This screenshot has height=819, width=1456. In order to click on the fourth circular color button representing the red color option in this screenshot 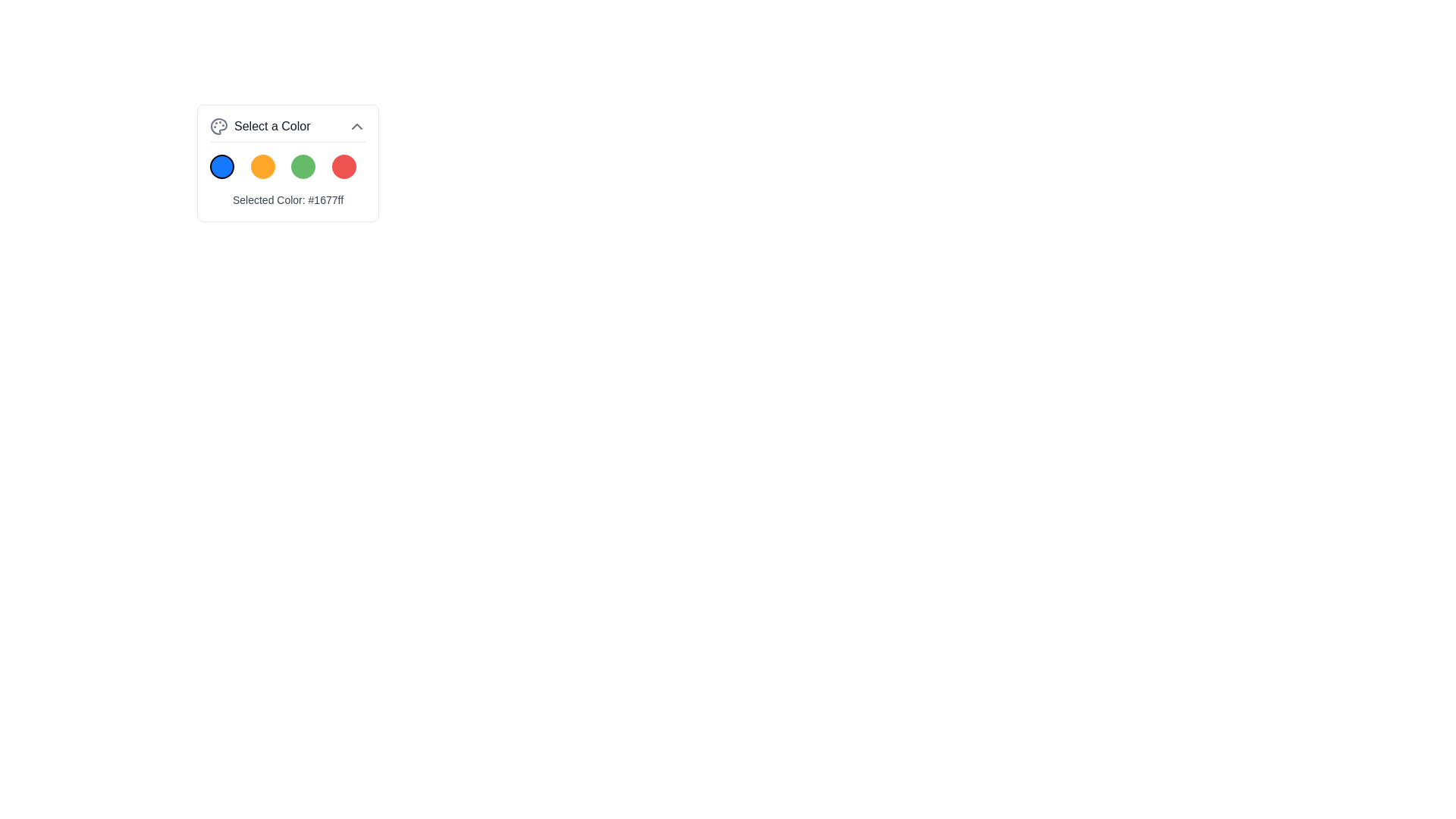, I will do `click(343, 166)`.